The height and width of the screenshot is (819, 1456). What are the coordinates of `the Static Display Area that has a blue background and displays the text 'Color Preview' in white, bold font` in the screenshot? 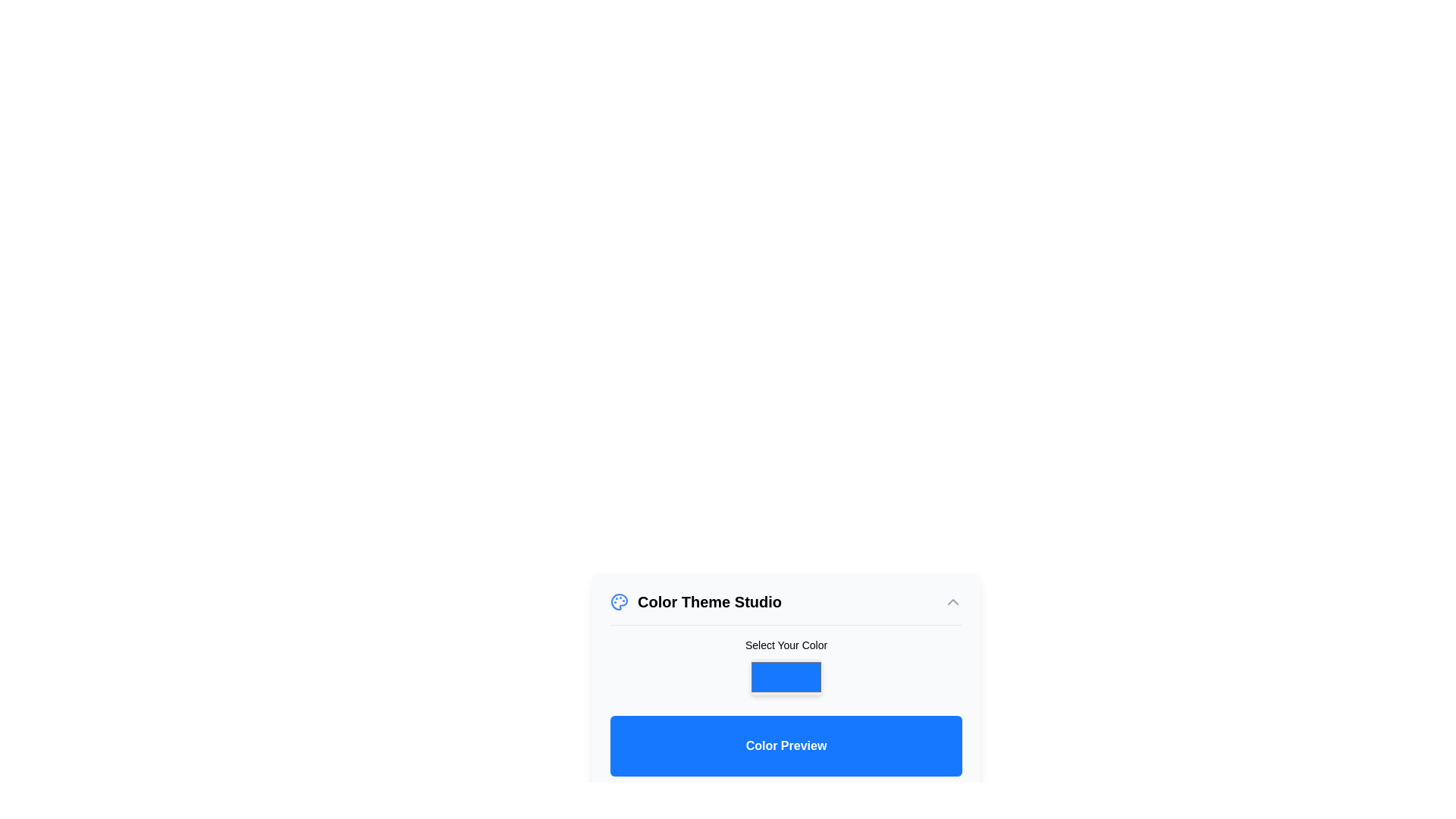 It's located at (786, 745).